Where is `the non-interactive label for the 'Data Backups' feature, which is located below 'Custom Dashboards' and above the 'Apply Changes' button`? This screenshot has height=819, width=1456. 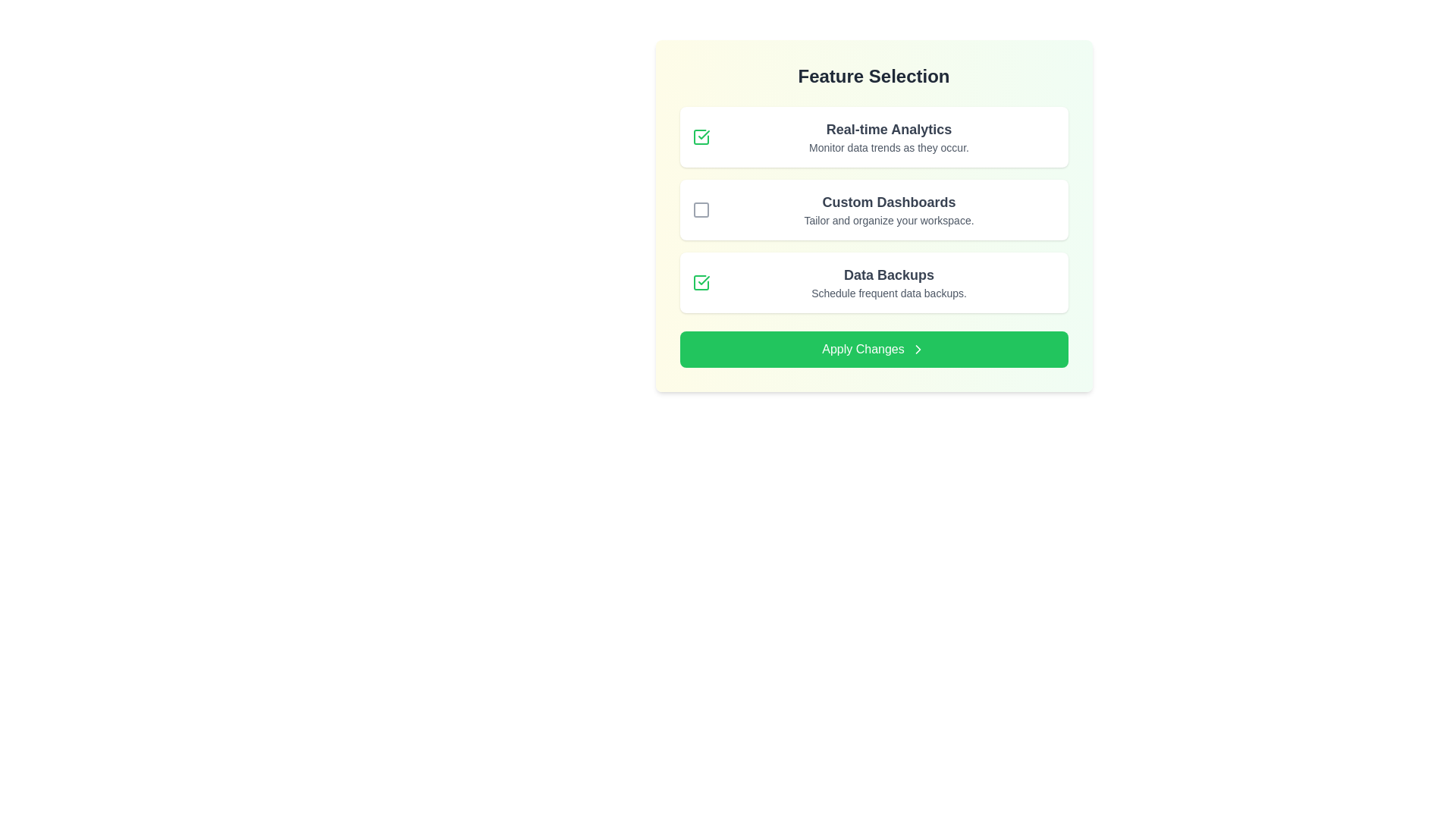 the non-interactive label for the 'Data Backups' feature, which is located below 'Custom Dashboards' and above the 'Apply Changes' button is located at coordinates (889, 275).